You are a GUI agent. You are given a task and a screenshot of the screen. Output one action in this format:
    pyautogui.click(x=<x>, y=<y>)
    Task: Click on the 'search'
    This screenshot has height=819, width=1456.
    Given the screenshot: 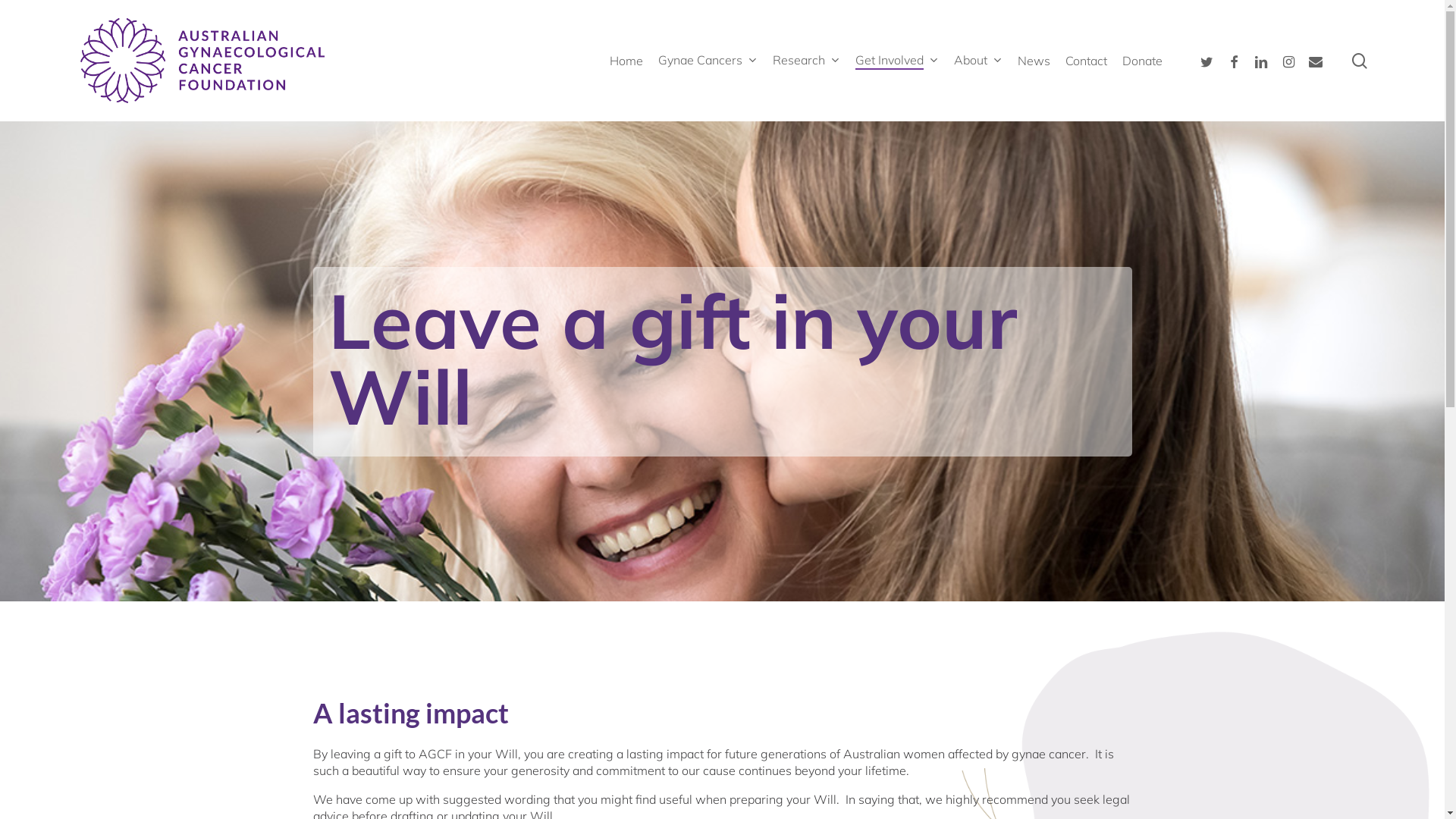 What is the action you would take?
    pyautogui.click(x=1360, y=60)
    